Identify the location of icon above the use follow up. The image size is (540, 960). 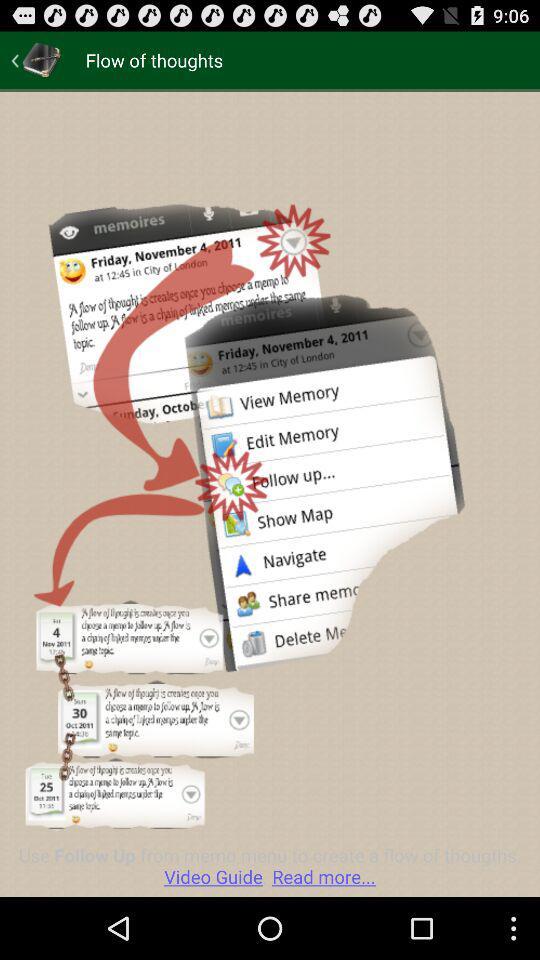
(36, 59).